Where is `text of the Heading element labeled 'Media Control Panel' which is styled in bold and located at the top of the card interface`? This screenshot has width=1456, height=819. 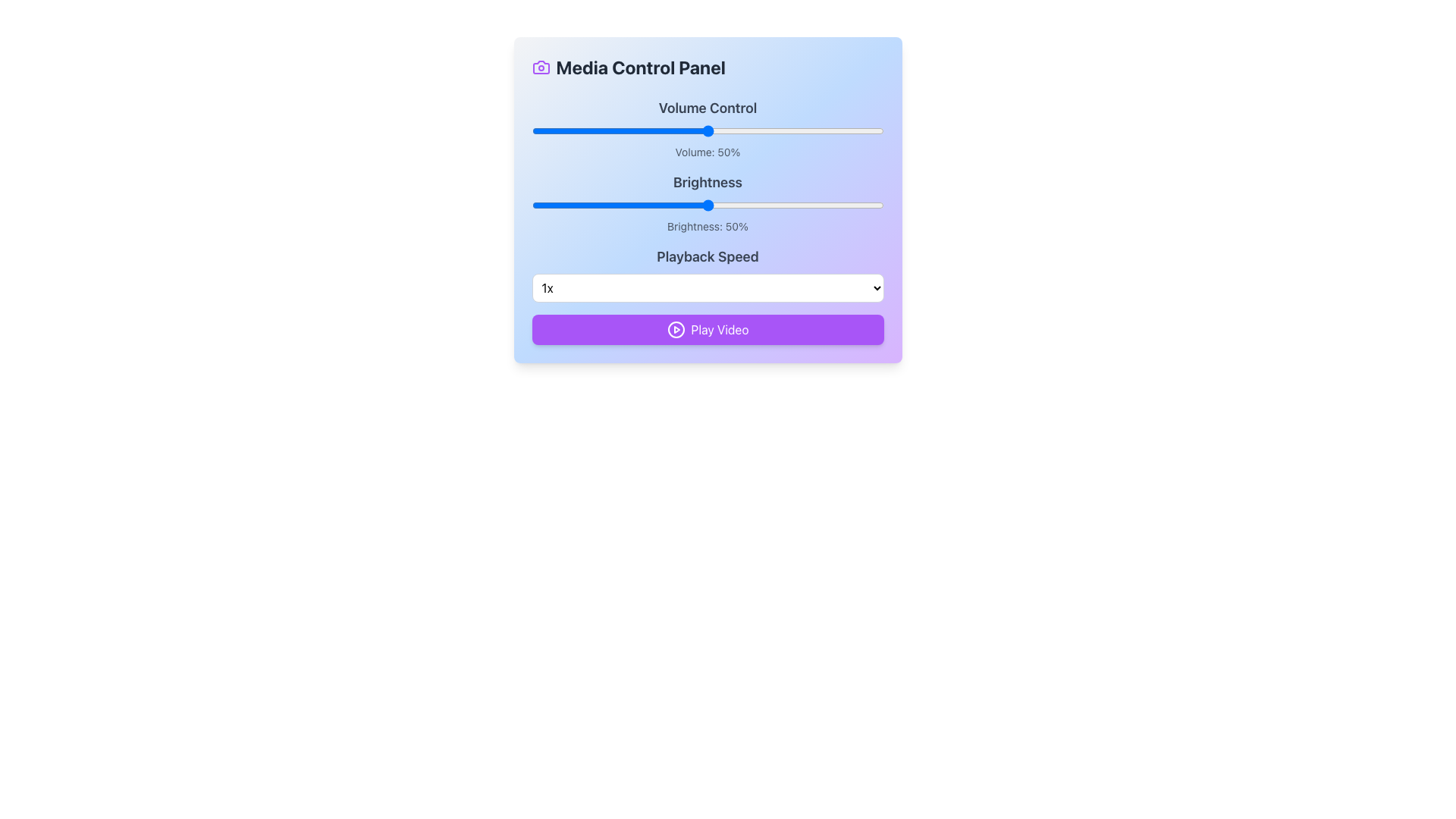 text of the Heading element labeled 'Media Control Panel' which is styled in bold and located at the top of the card interface is located at coordinates (707, 66).